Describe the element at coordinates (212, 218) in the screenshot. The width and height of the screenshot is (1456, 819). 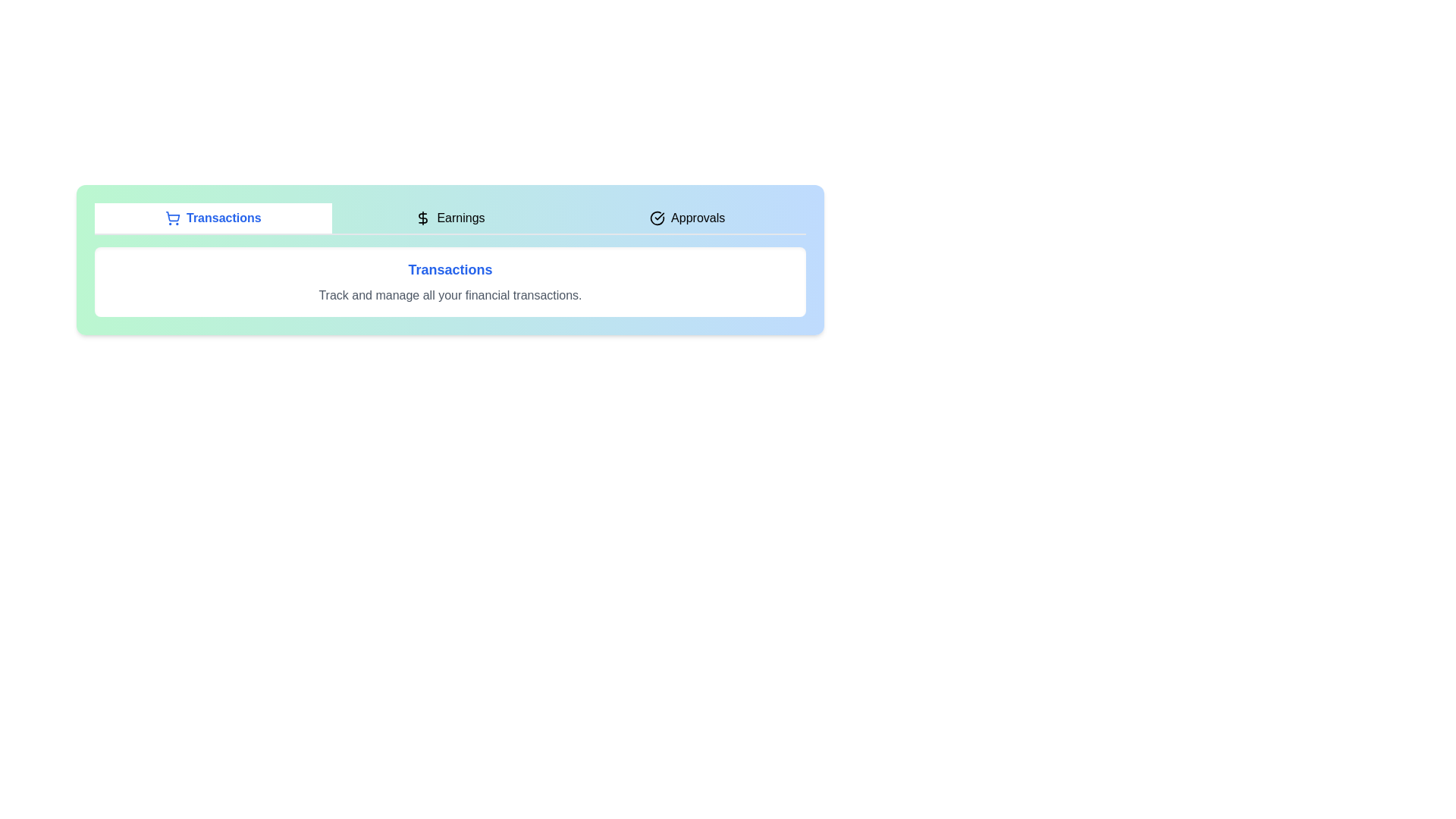
I see `the tab labeled Transactions to observe visual feedback` at that location.